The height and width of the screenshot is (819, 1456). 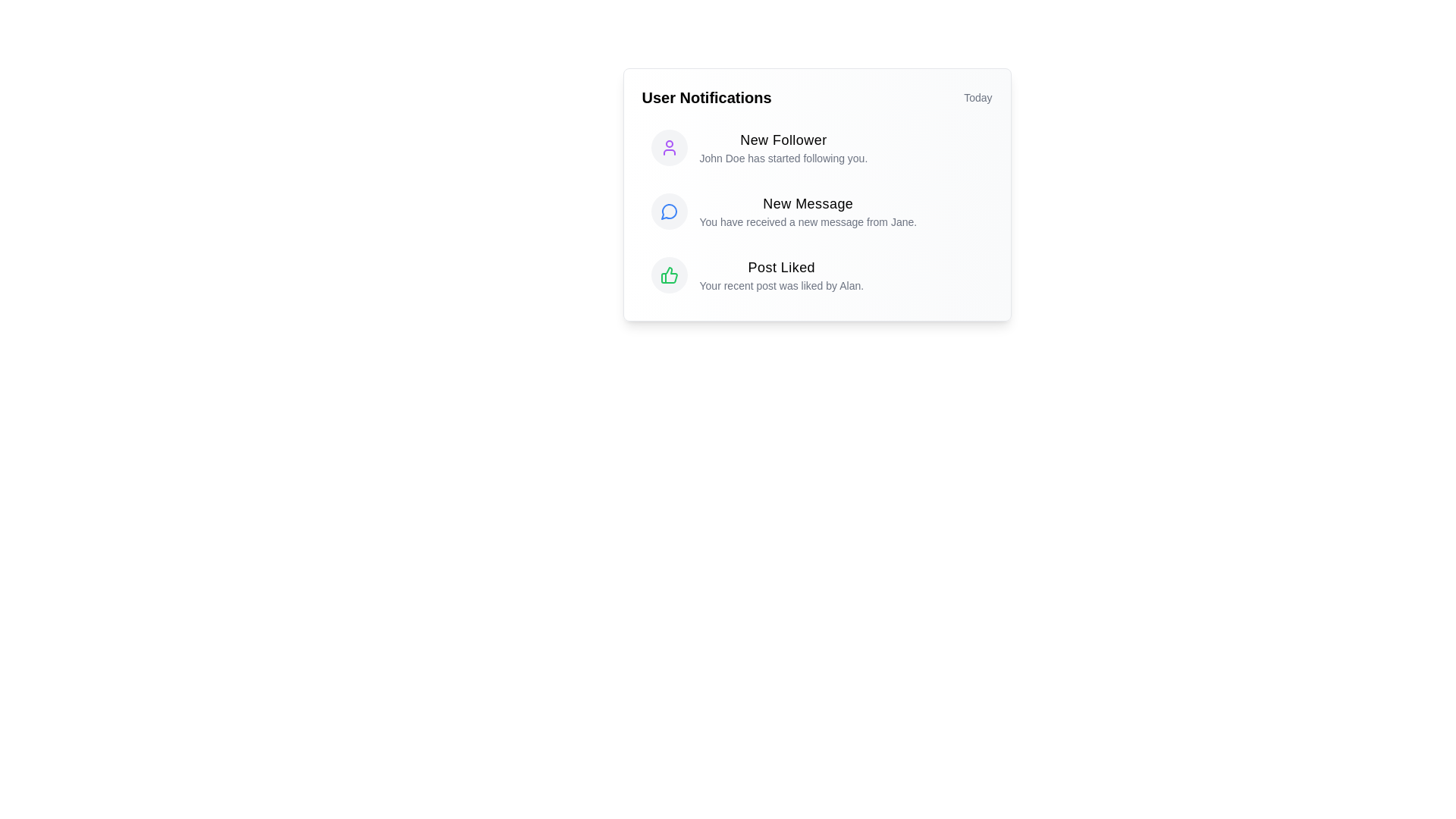 I want to click on the textual notification that informs the user their recent post has been liked by Alan, located in the User Notifications section as the third item in the list, so click(x=781, y=275).